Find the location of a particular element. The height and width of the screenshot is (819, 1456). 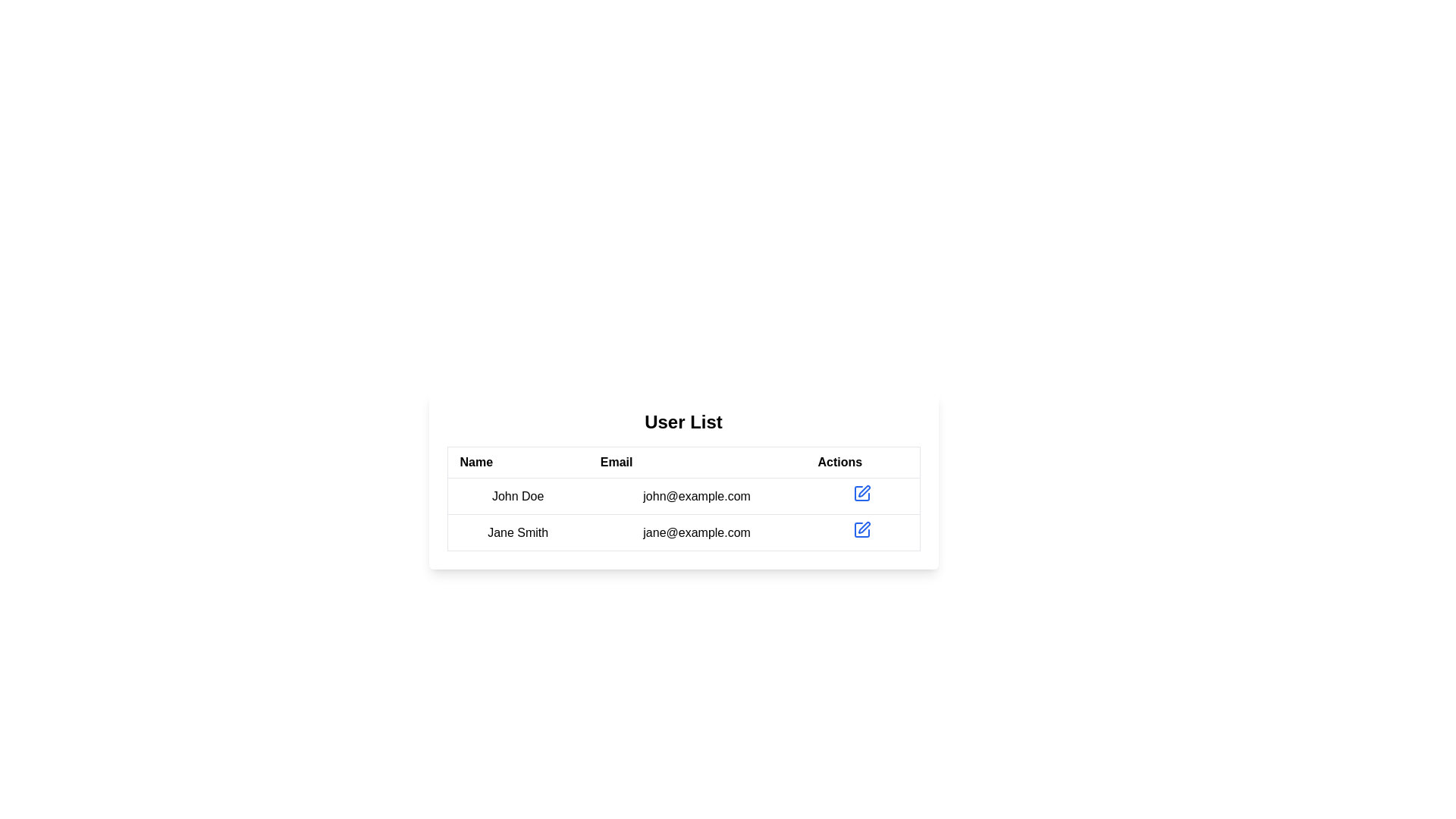

the 'edit' icon for the user 'Jane Smith' in the 'Actions' column is located at coordinates (862, 494).